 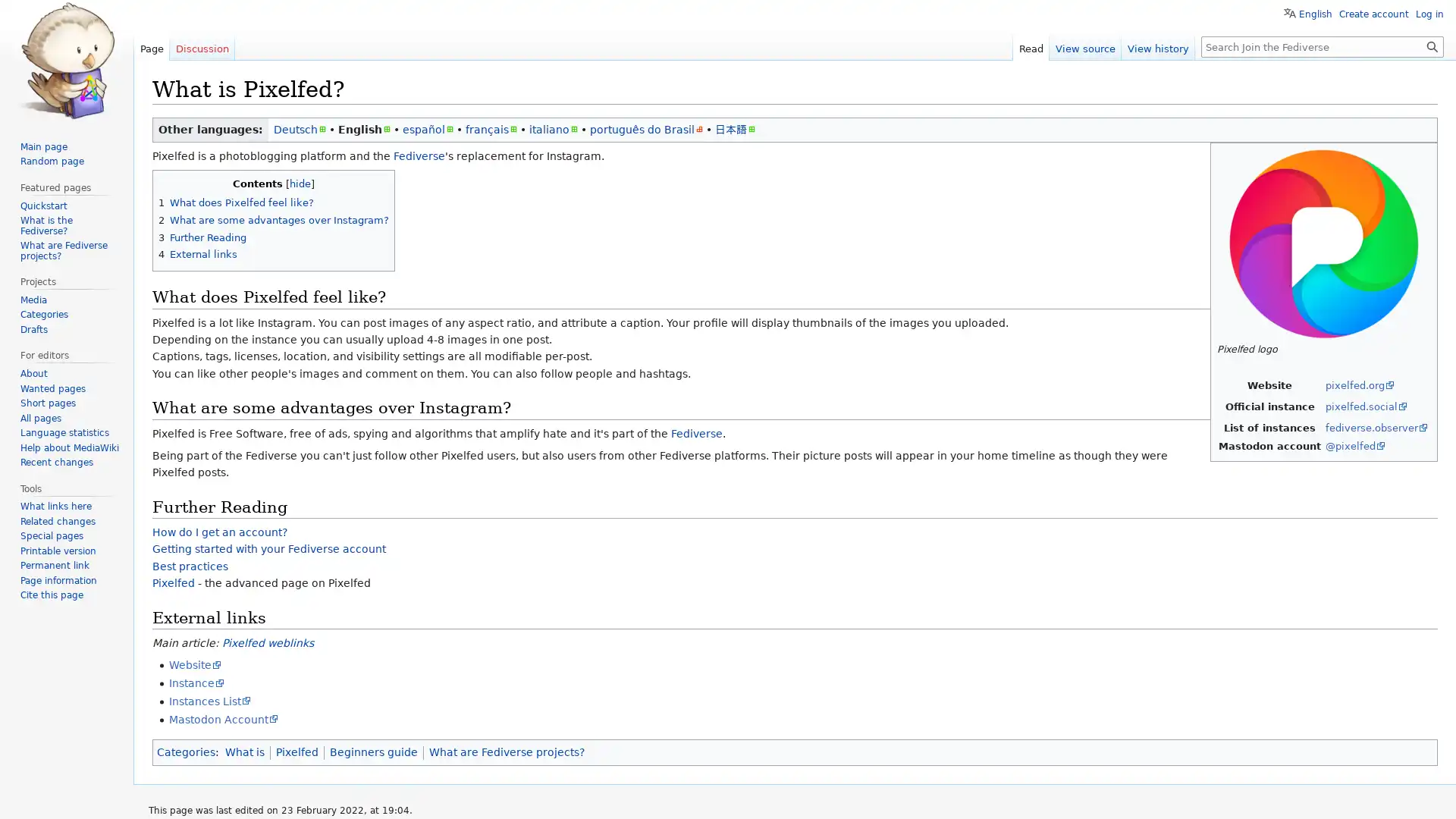 What do you see at coordinates (1432, 45) in the screenshot?
I see `Search` at bounding box center [1432, 45].